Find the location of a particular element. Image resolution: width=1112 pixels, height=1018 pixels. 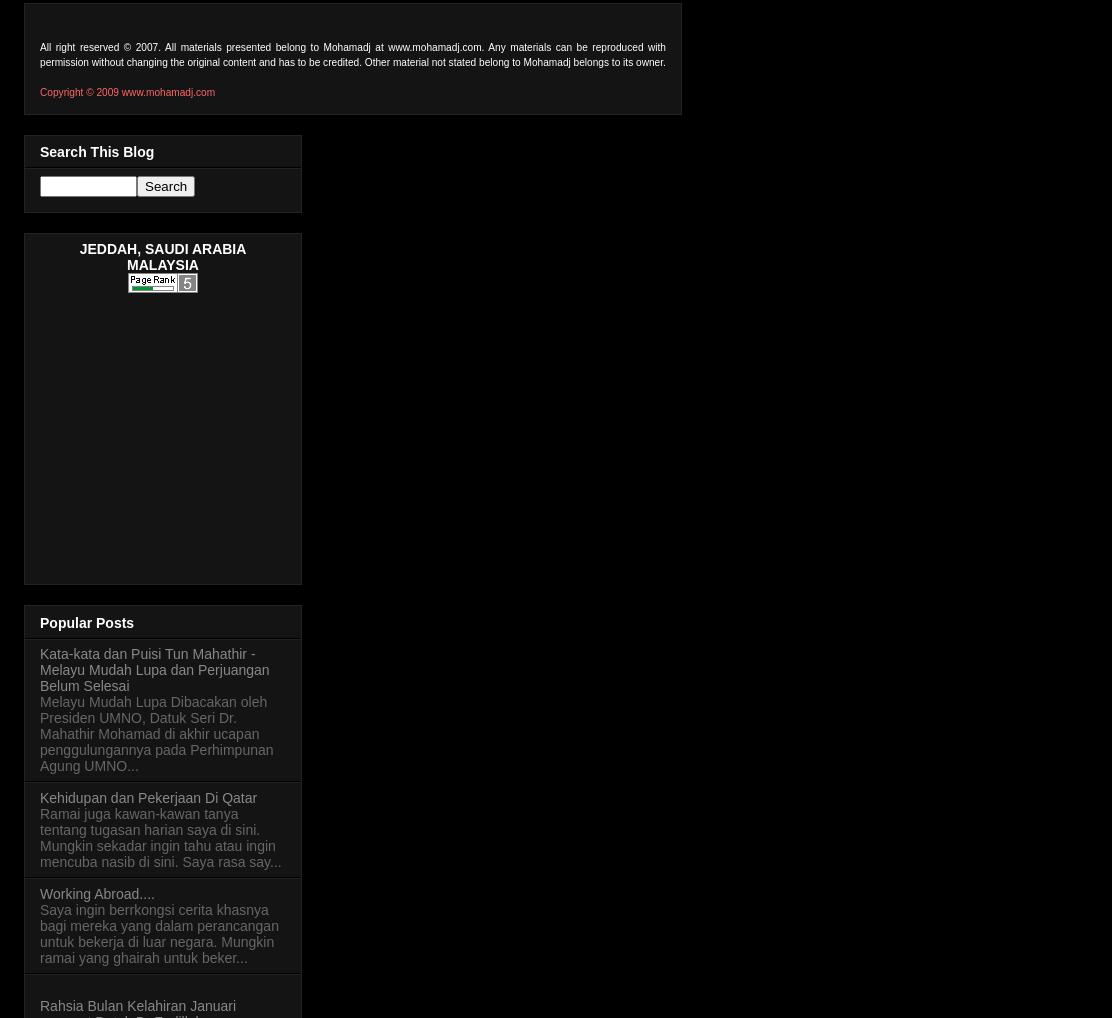

'Popular Posts' is located at coordinates (85, 620).